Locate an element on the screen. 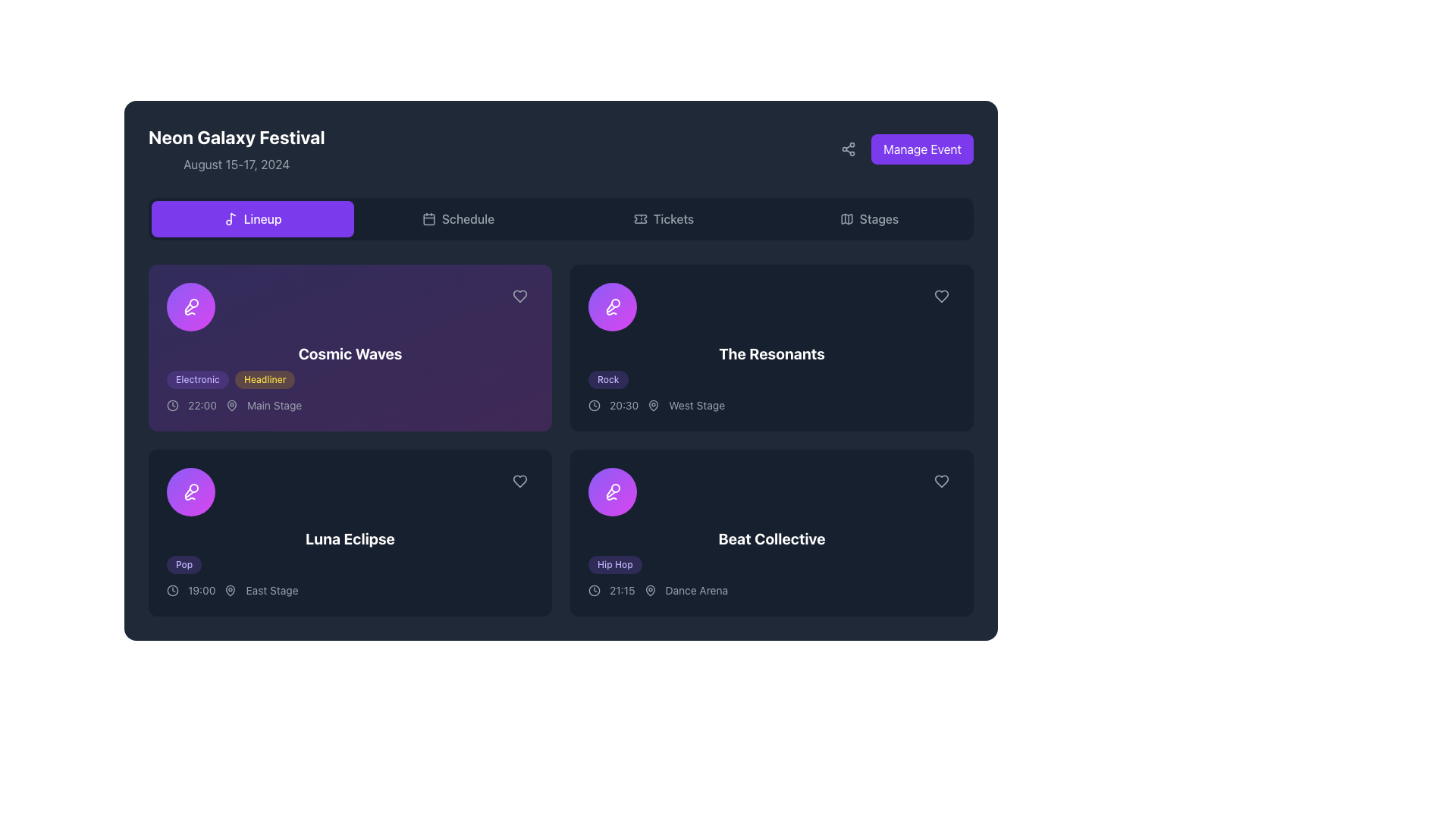 The width and height of the screenshot is (1456, 819). the prominently styled text block labeled 'Beat Collective', which is positioned centrally within a dark-themed card background in the bottom-right section of the interface is located at coordinates (771, 538).